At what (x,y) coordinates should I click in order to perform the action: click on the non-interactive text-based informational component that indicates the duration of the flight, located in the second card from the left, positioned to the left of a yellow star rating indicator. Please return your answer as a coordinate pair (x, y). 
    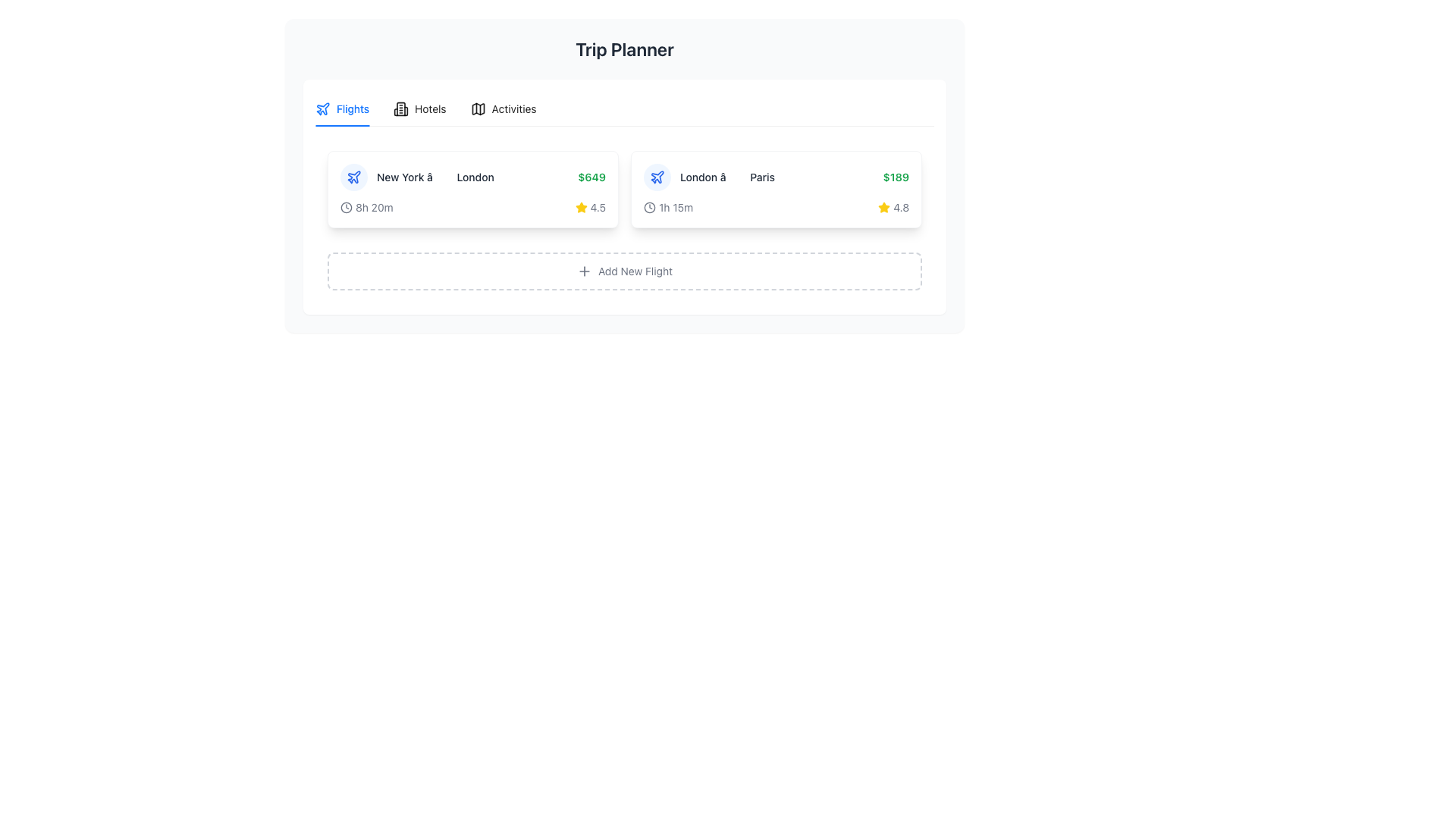
    Looking at the image, I should click on (667, 207).